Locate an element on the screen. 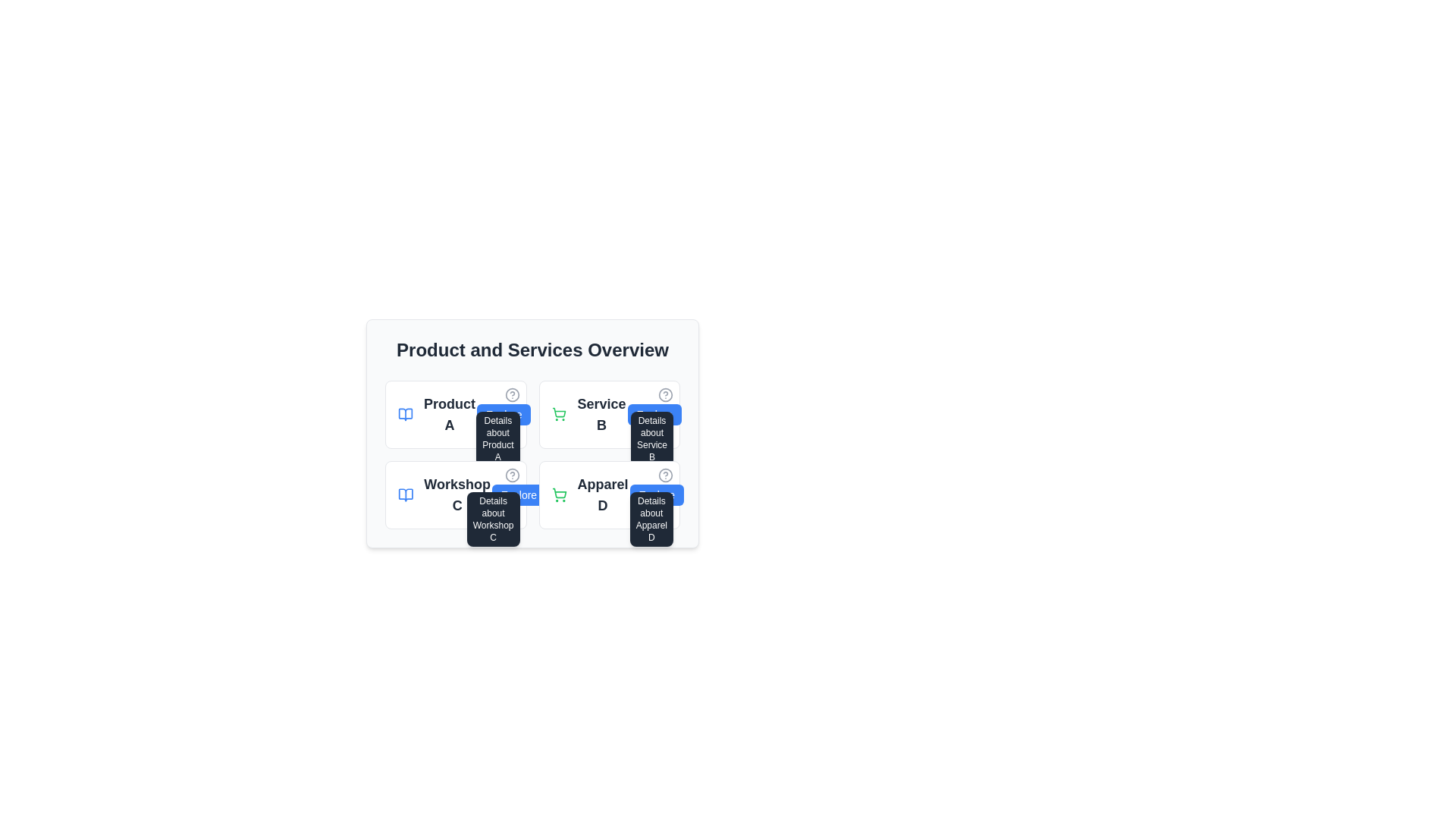  the blue rectangular button with rounded corners labeled 'Explore' located in the 'Apparel D' section is located at coordinates (657, 494).